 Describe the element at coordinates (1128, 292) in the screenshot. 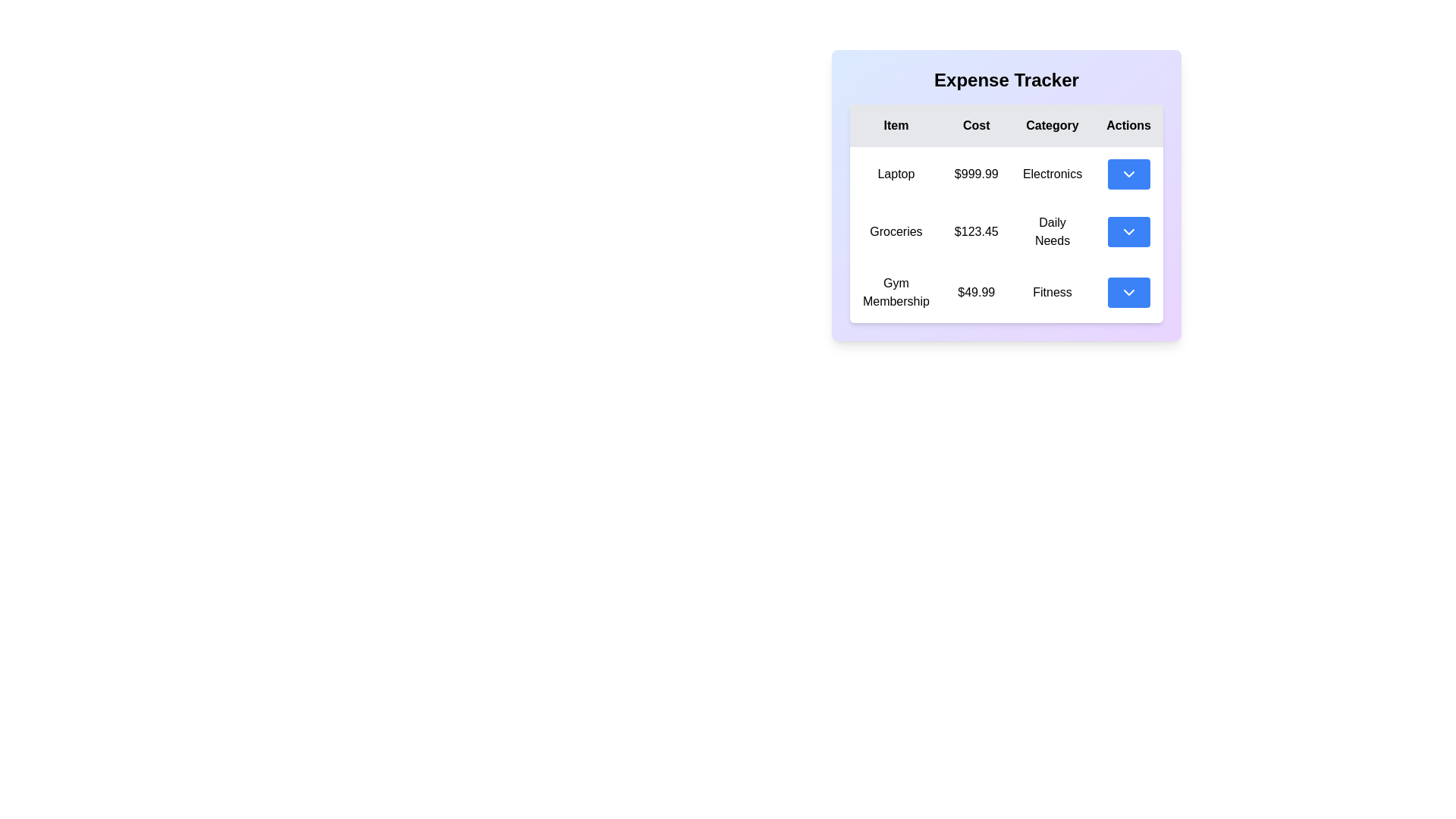

I see `the dropdown trigger button located in the Actions column of the last row of the table` at that location.